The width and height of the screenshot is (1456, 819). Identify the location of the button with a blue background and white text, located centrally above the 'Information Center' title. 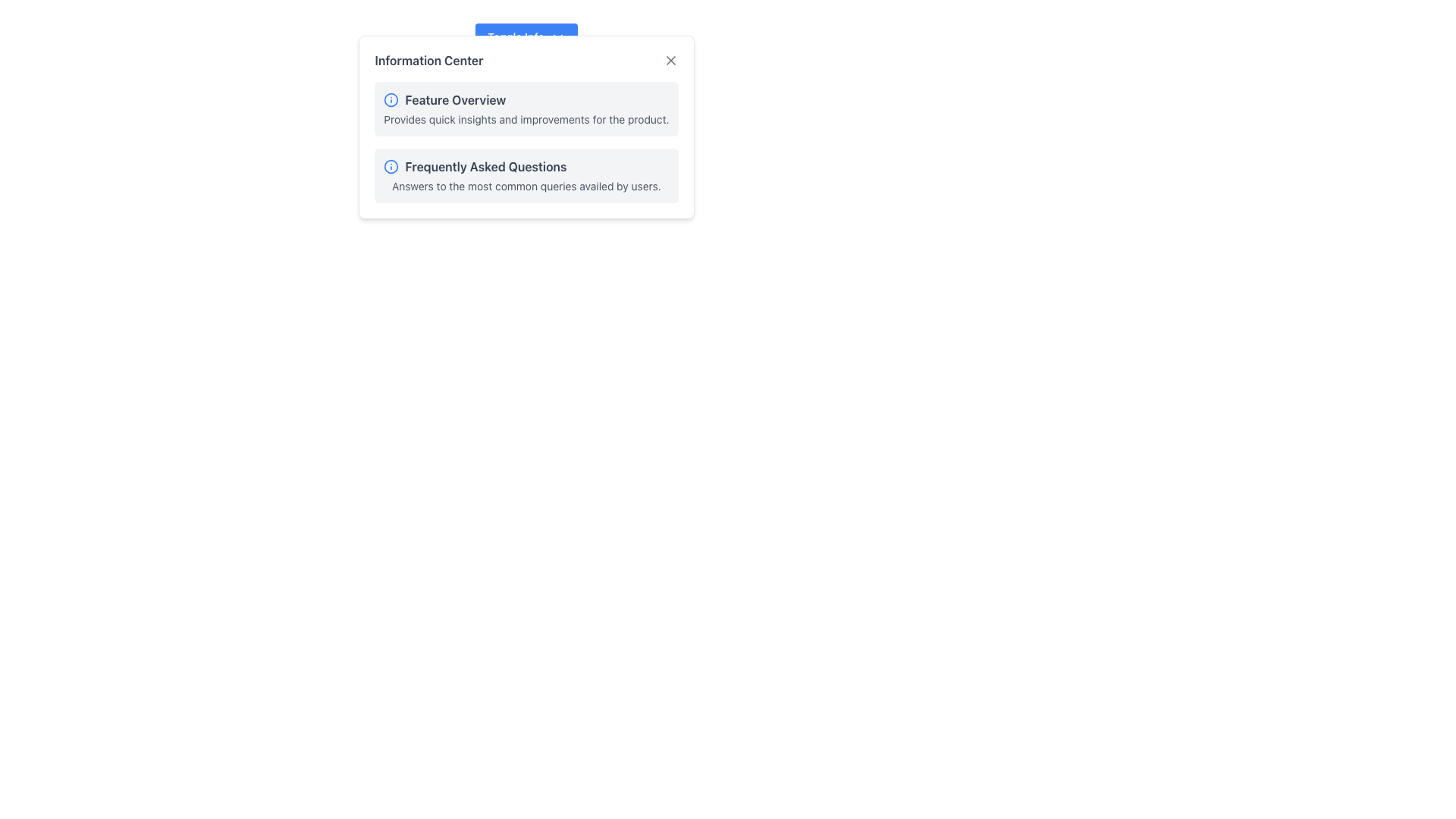
(526, 36).